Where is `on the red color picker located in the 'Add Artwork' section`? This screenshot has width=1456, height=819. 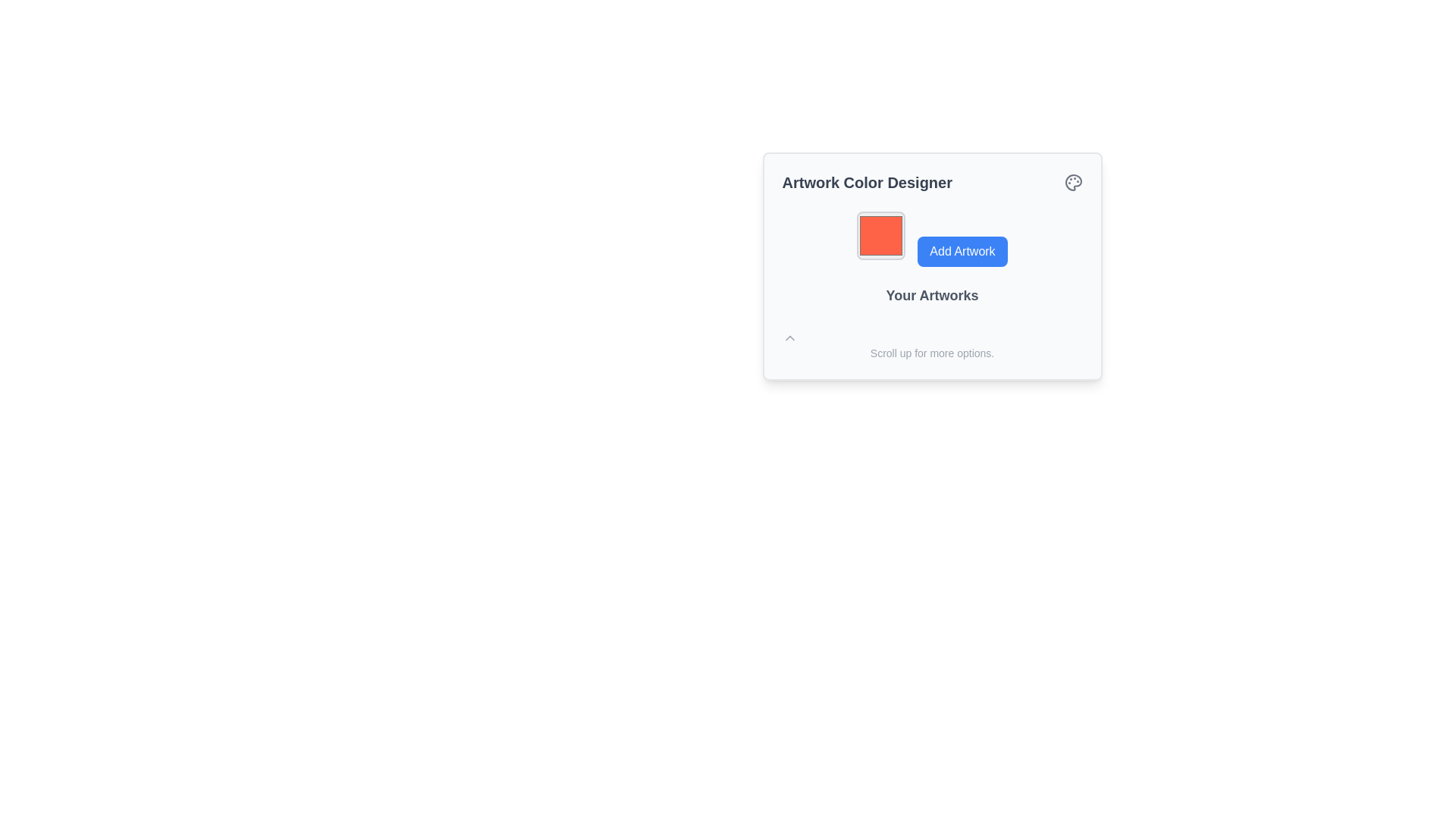
on the red color picker located in the 'Add Artwork' section is located at coordinates (881, 236).